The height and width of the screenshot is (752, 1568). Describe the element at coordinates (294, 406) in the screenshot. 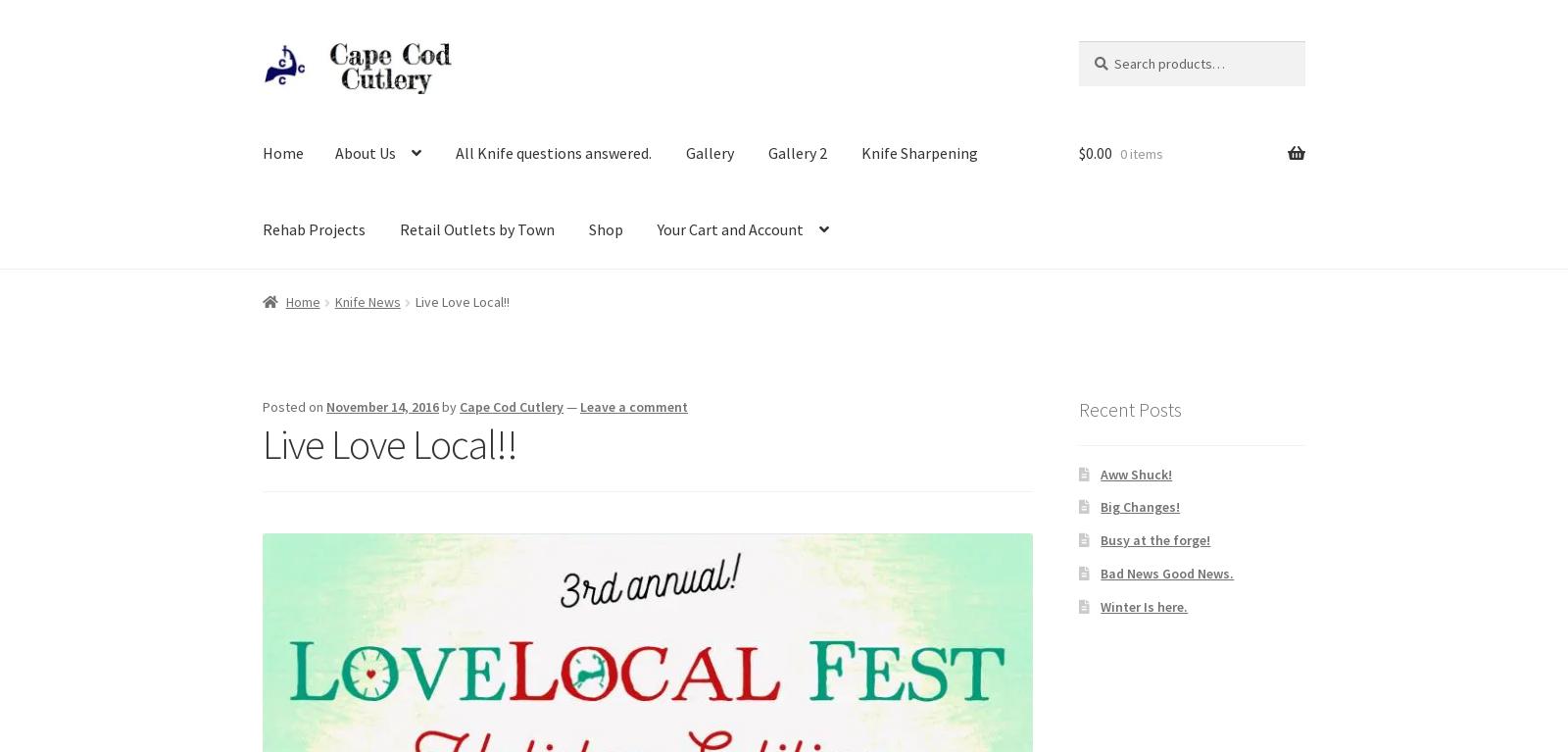

I see `'Posted on'` at that location.